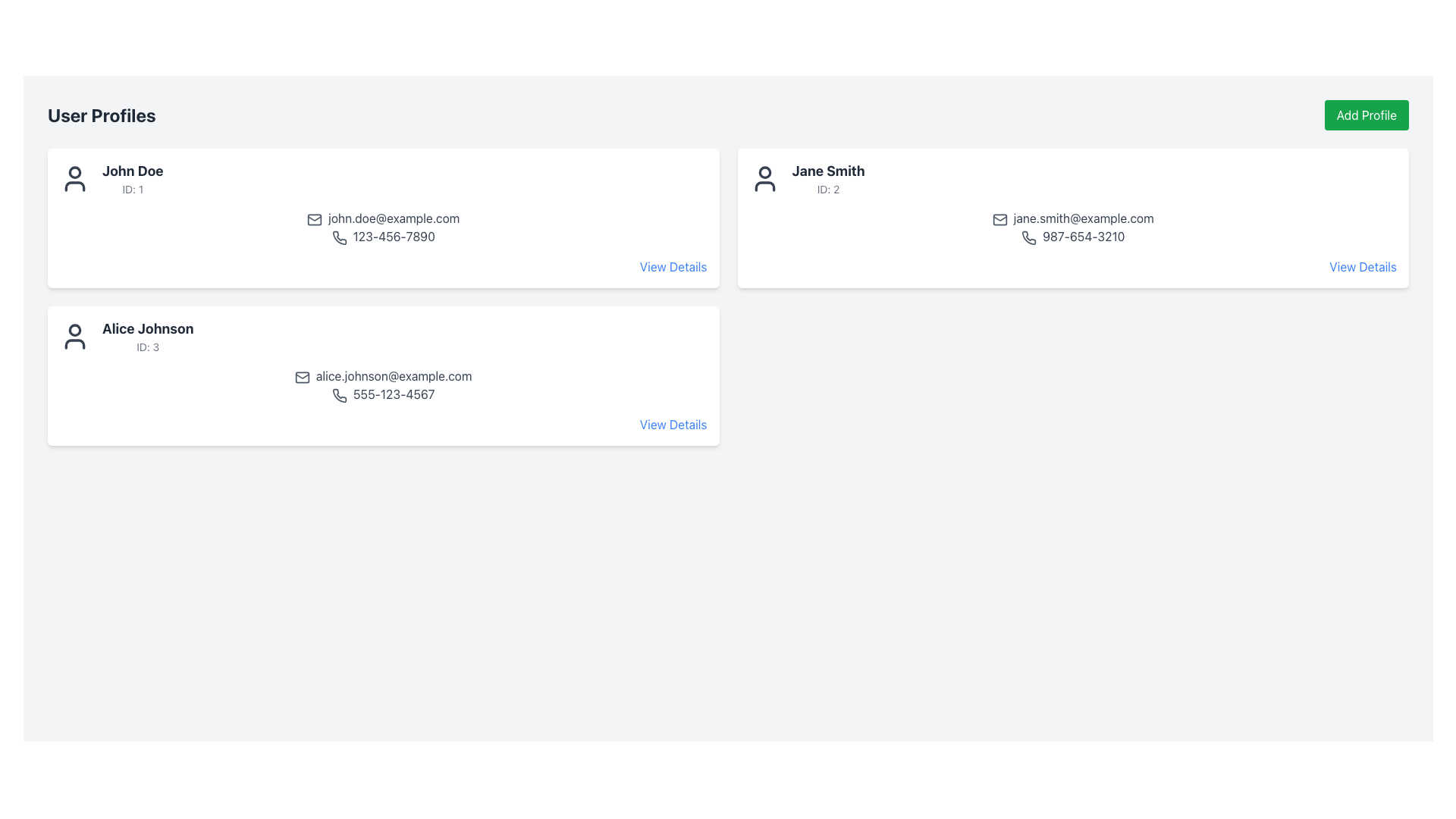  Describe the element at coordinates (673, 265) in the screenshot. I see `the 'View Details' hyperlink in blue color with an underline, located in the lower right section of Alice Johnson's profile card` at that location.